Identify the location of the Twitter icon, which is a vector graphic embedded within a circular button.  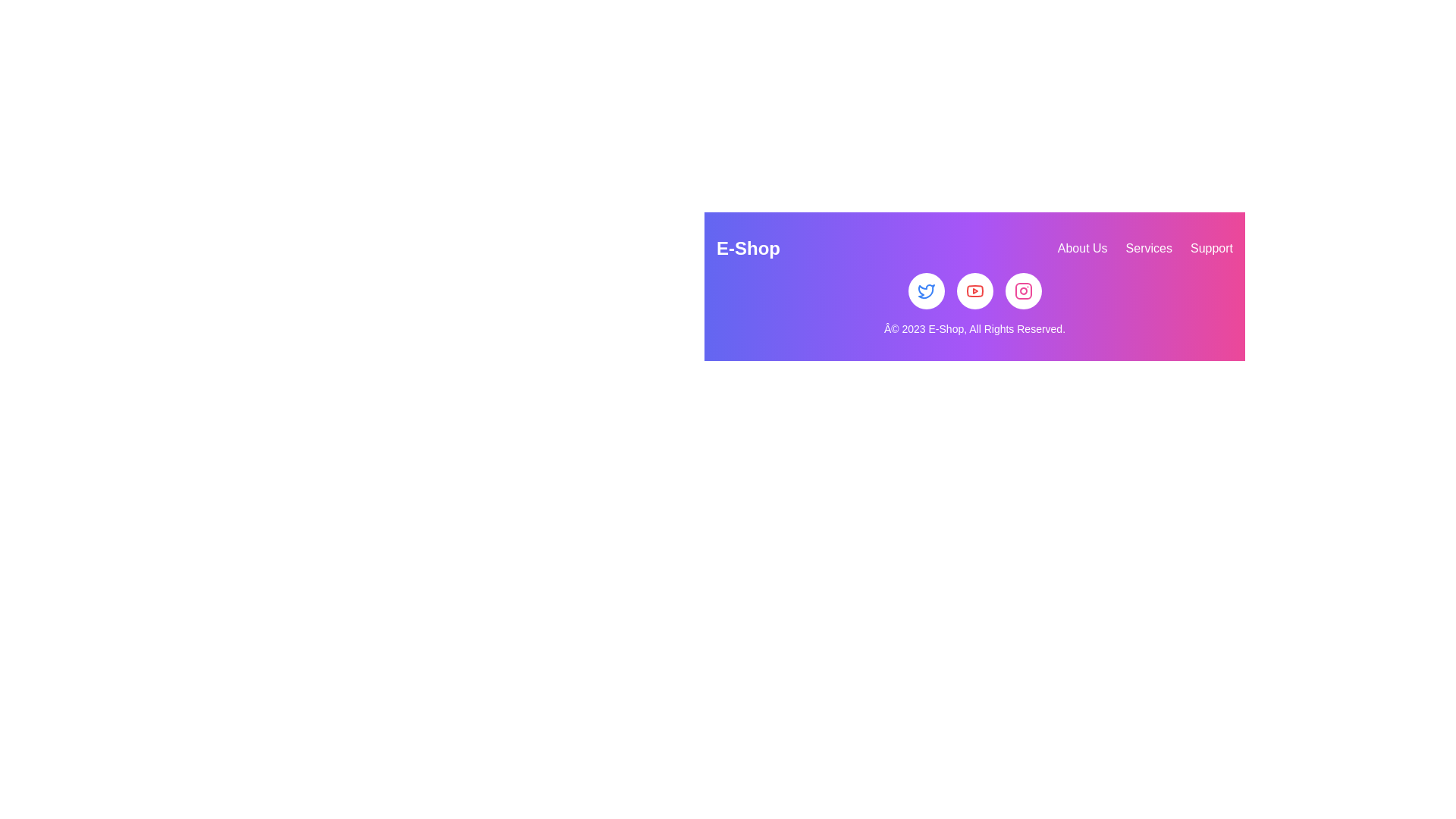
(925, 291).